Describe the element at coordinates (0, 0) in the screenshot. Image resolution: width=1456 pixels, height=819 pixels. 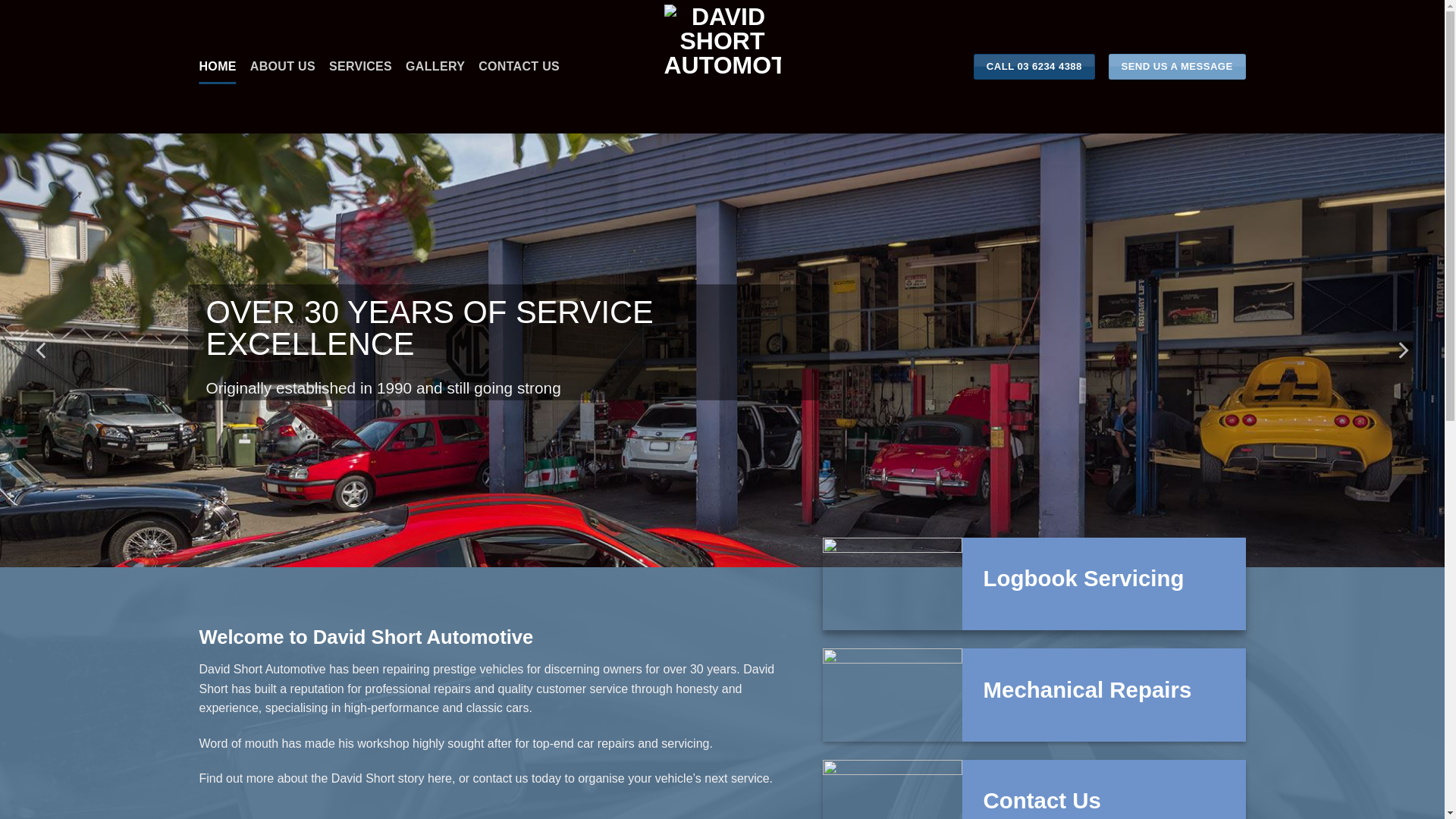
I see `'Skip to content'` at that location.